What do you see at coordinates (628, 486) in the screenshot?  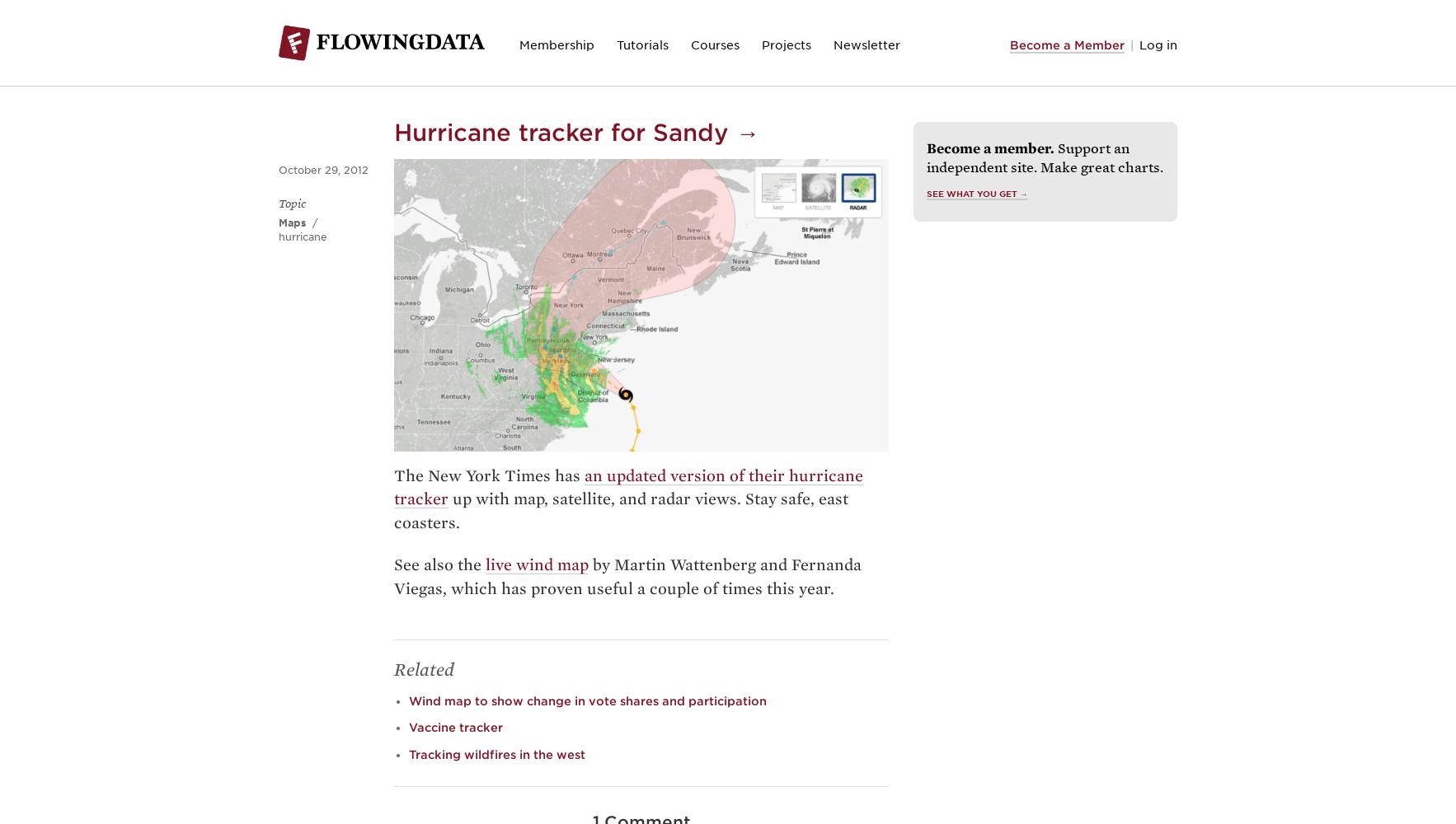 I see `'an updated version of their hurricane tracker'` at bounding box center [628, 486].